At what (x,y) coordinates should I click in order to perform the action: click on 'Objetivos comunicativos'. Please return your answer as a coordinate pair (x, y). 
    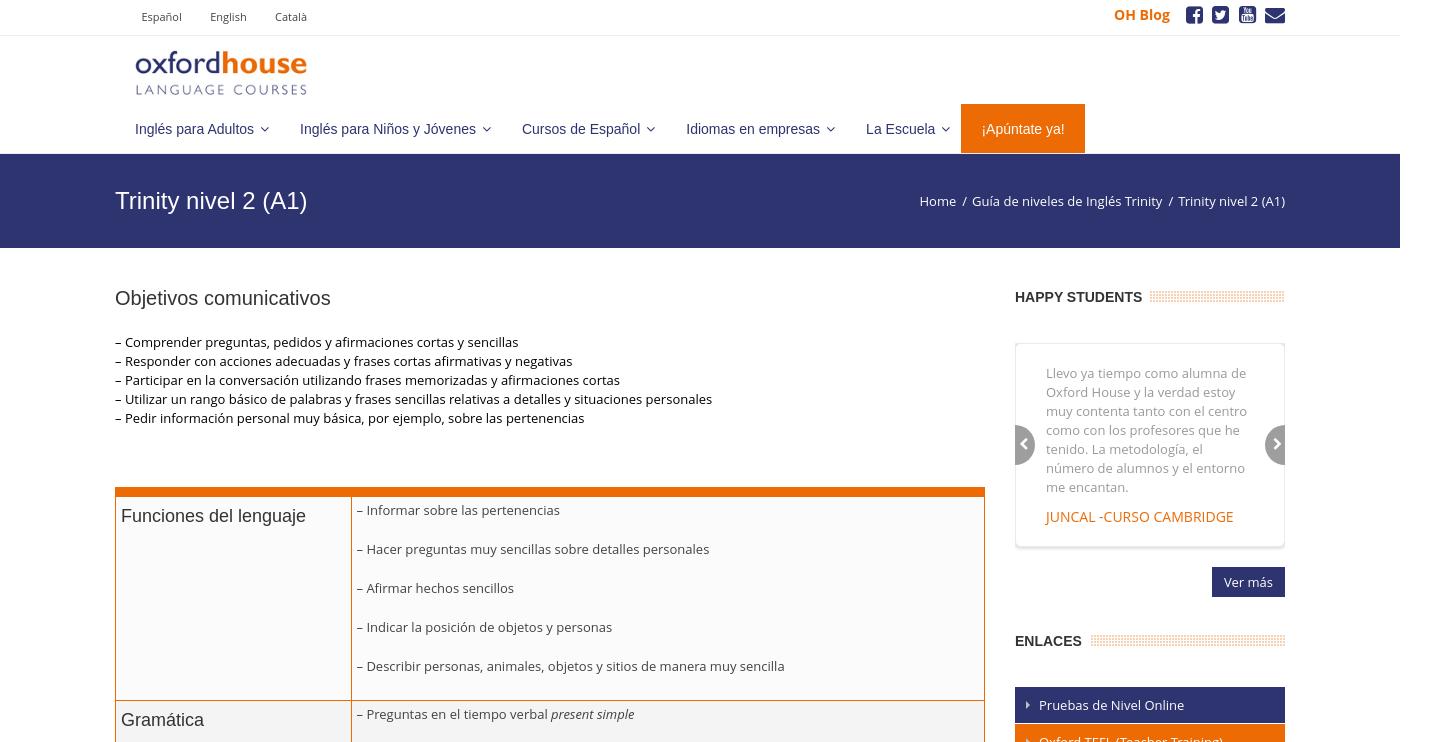
    Looking at the image, I should click on (221, 297).